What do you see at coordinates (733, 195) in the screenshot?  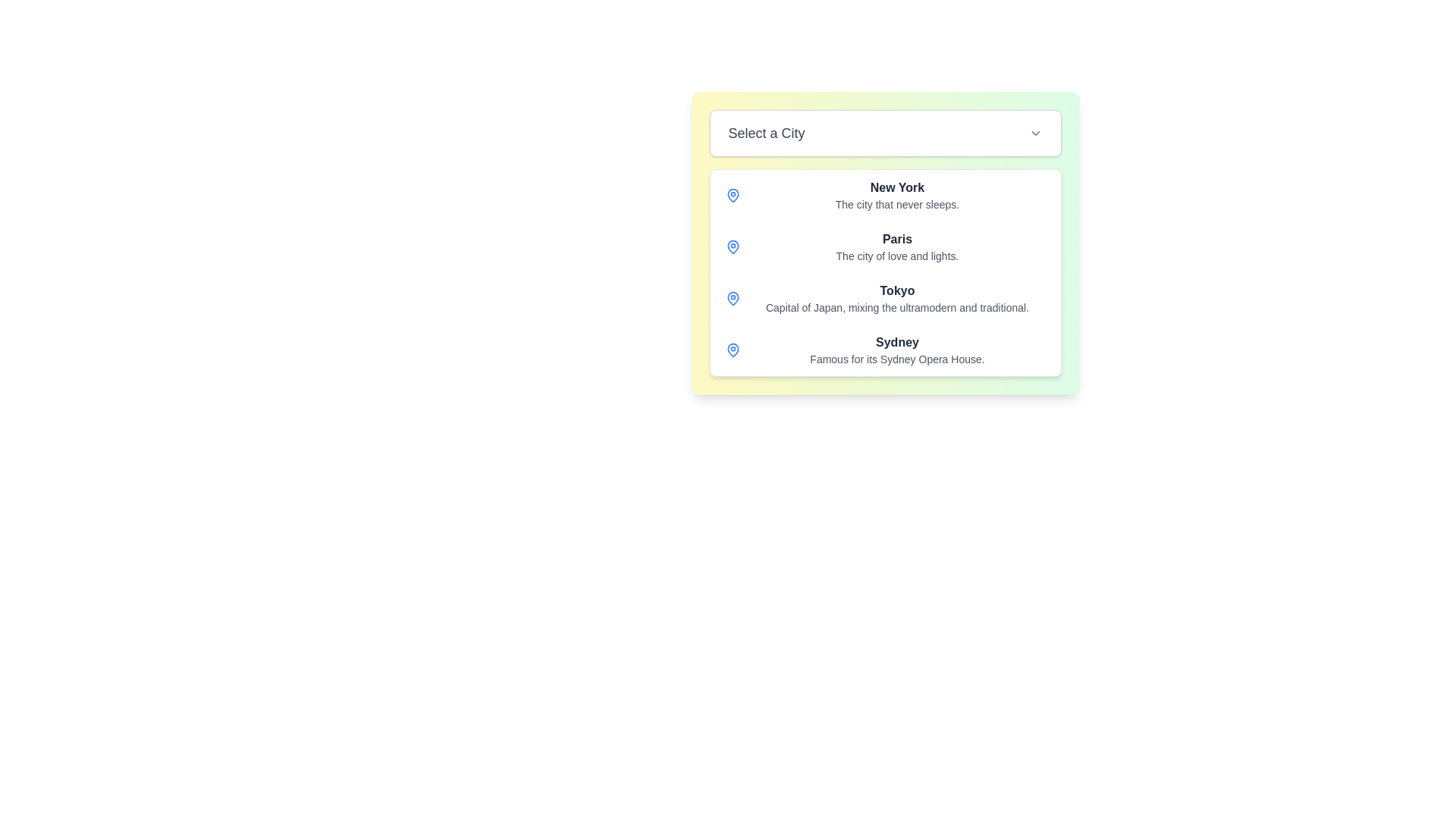 I see `the map pin icon with a blue stroke located next to the text 'New York' in the dropdown menu` at bounding box center [733, 195].